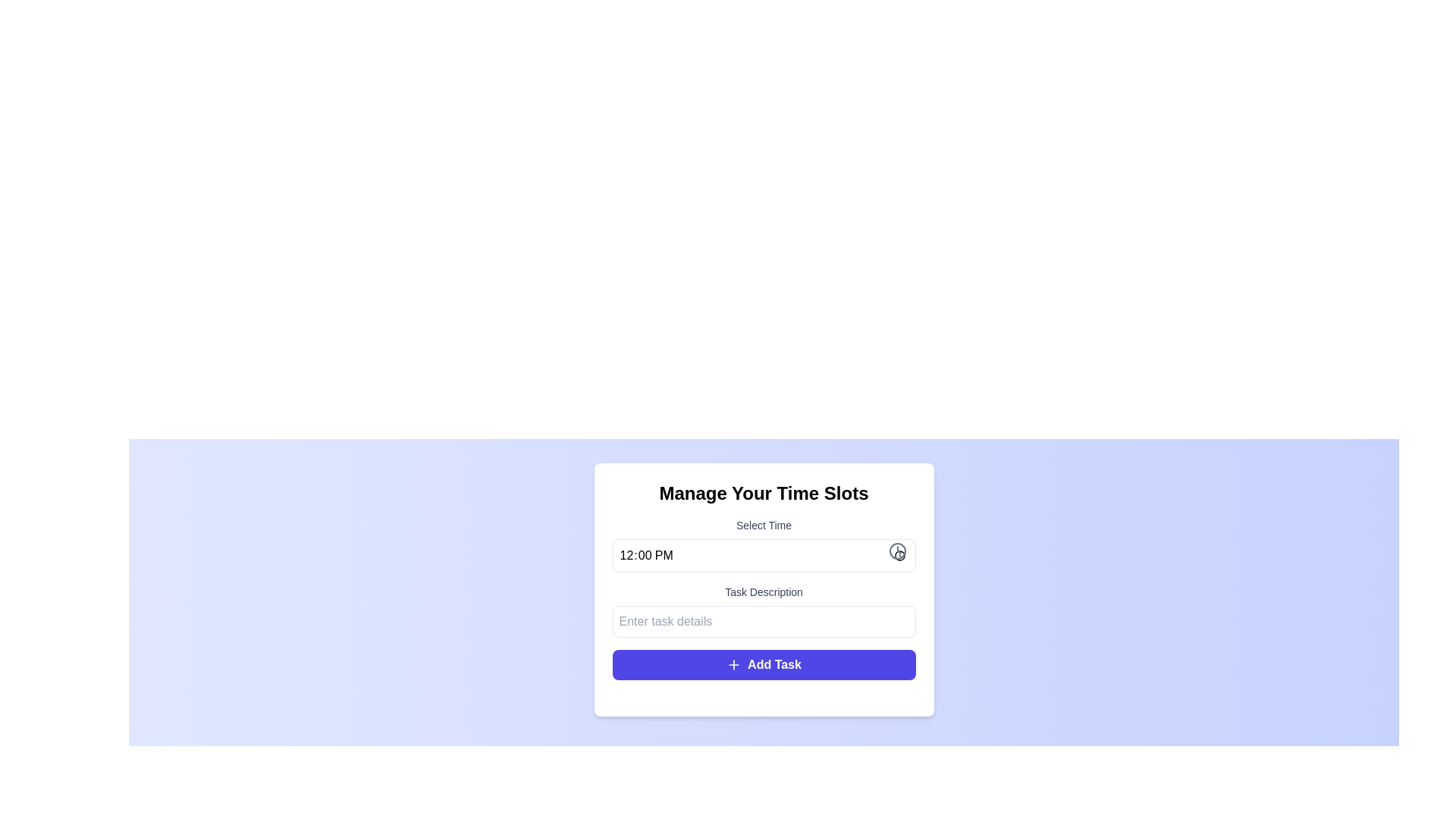 This screenshot has width=1456, height=819. I want to click on the label that indicates the input field for entering a task description, positioned above the input box with the placeholder 'Enter task details', so click(764, 591).